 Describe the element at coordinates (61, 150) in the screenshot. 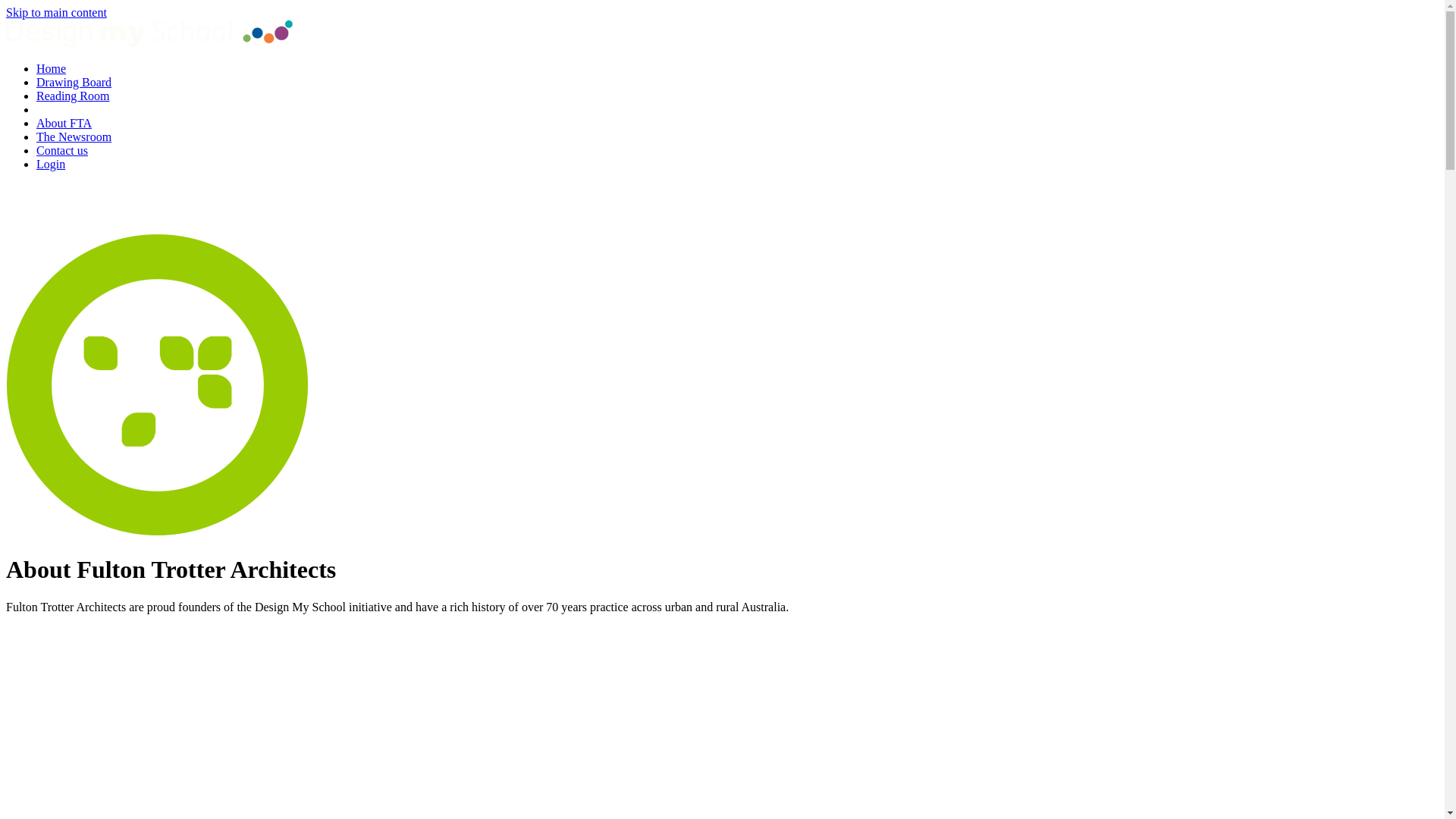

I see `'Contact us'` at that location.